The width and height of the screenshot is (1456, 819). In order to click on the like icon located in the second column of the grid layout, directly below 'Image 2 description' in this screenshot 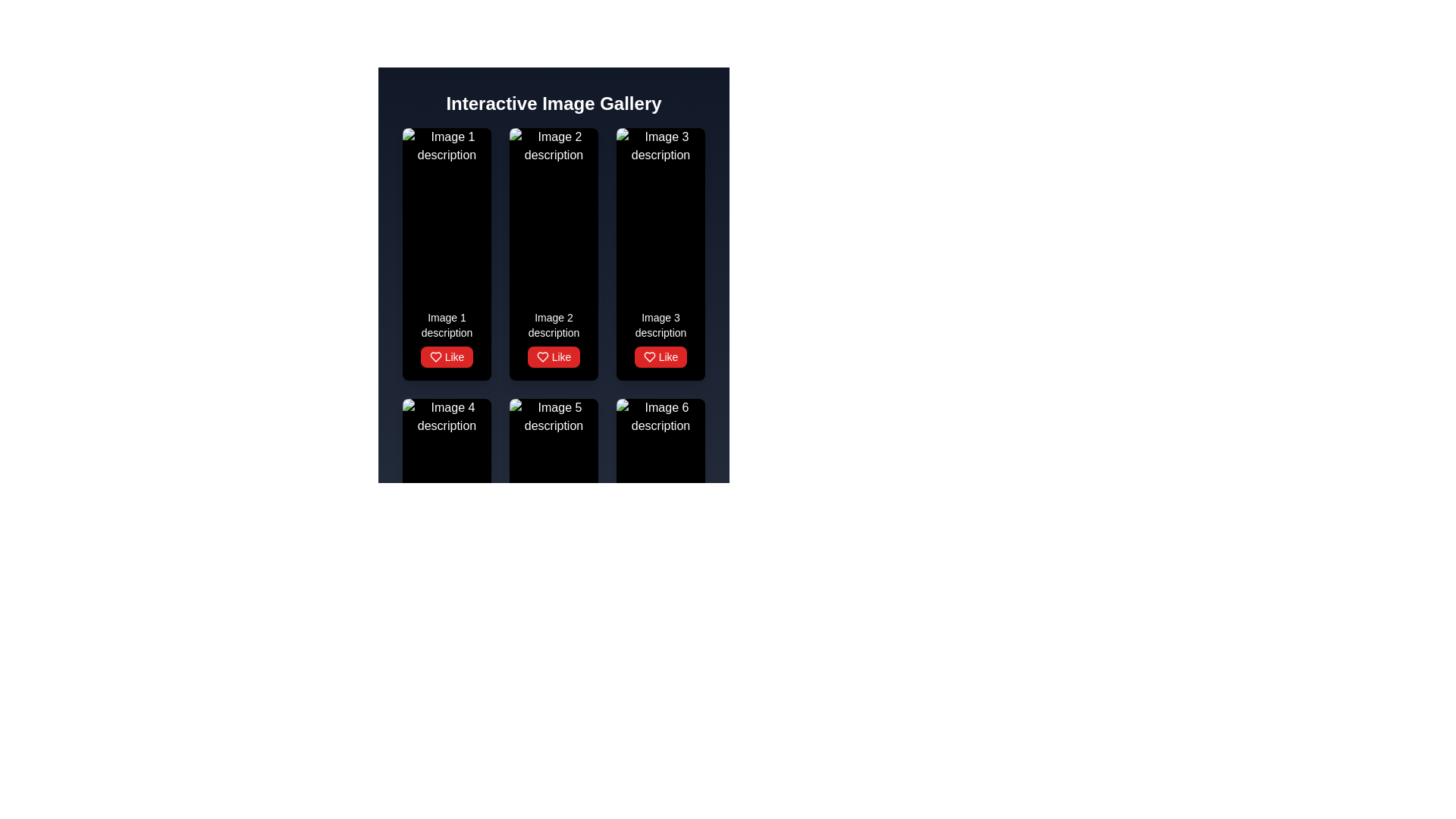, I will do `click(649, 356)`.